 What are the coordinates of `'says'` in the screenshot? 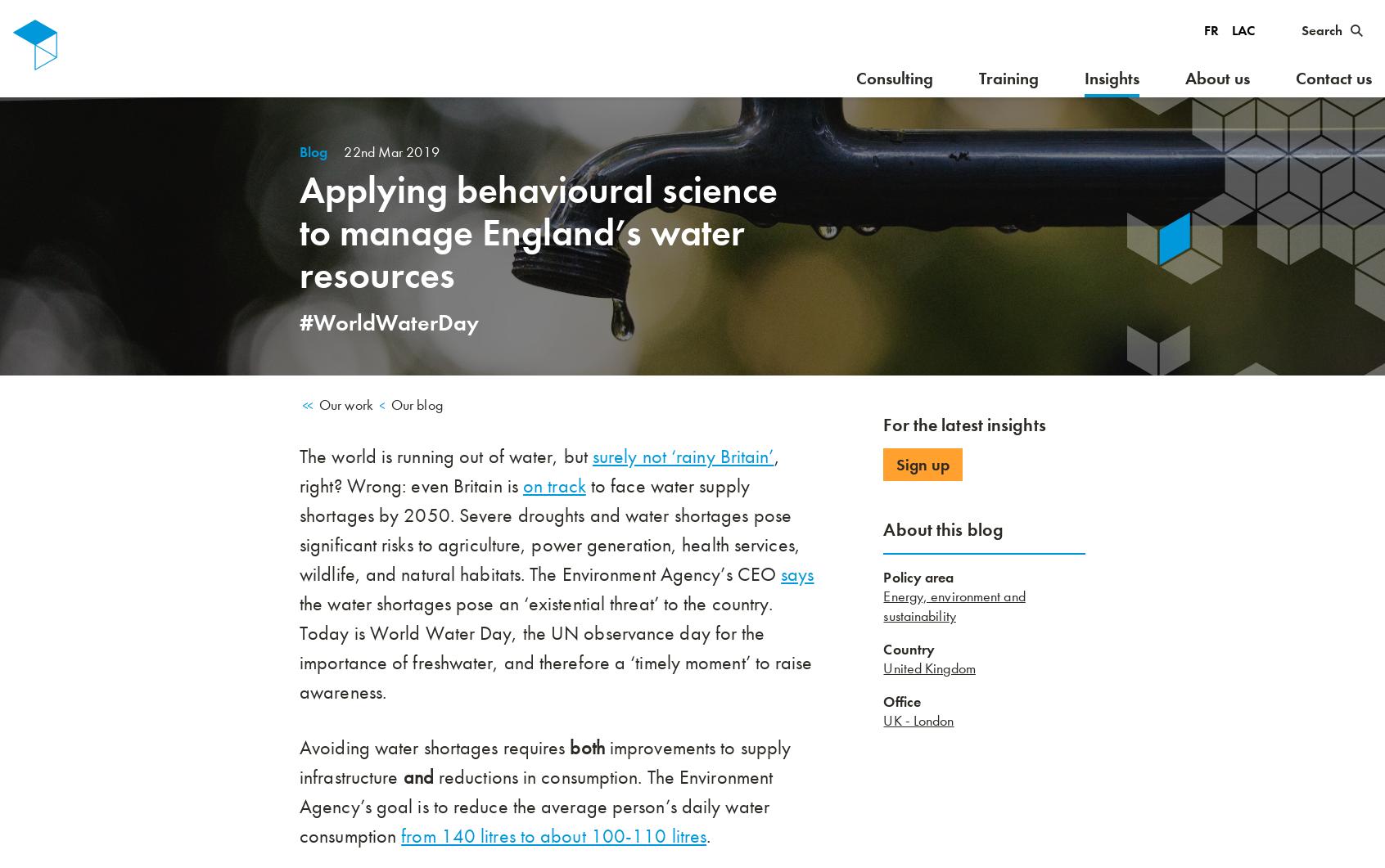 It's located at (780, 573).